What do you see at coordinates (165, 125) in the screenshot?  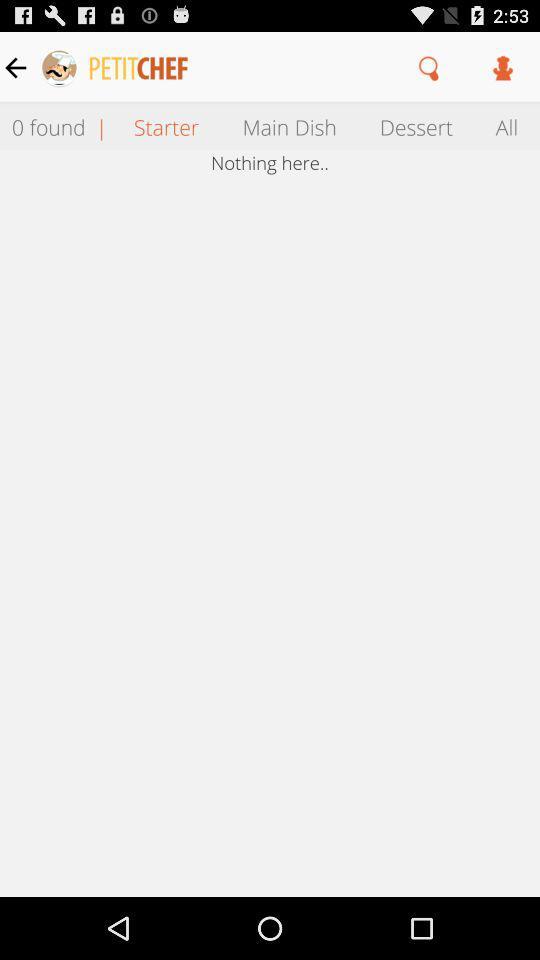 I see `the item above the nothing here.. icon` at bounding box center [165, 125].